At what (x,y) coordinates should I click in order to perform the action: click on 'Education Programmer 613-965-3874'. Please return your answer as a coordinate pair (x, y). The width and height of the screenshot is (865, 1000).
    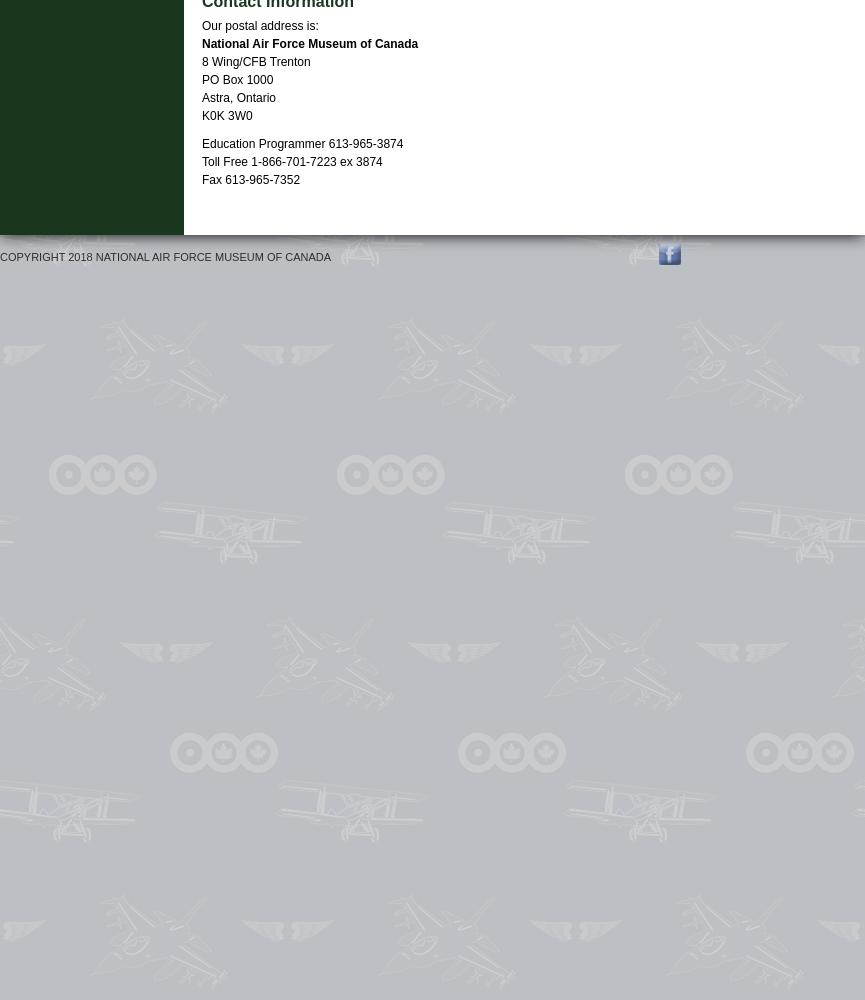
    Looking at the image, I should click on (200, 144).